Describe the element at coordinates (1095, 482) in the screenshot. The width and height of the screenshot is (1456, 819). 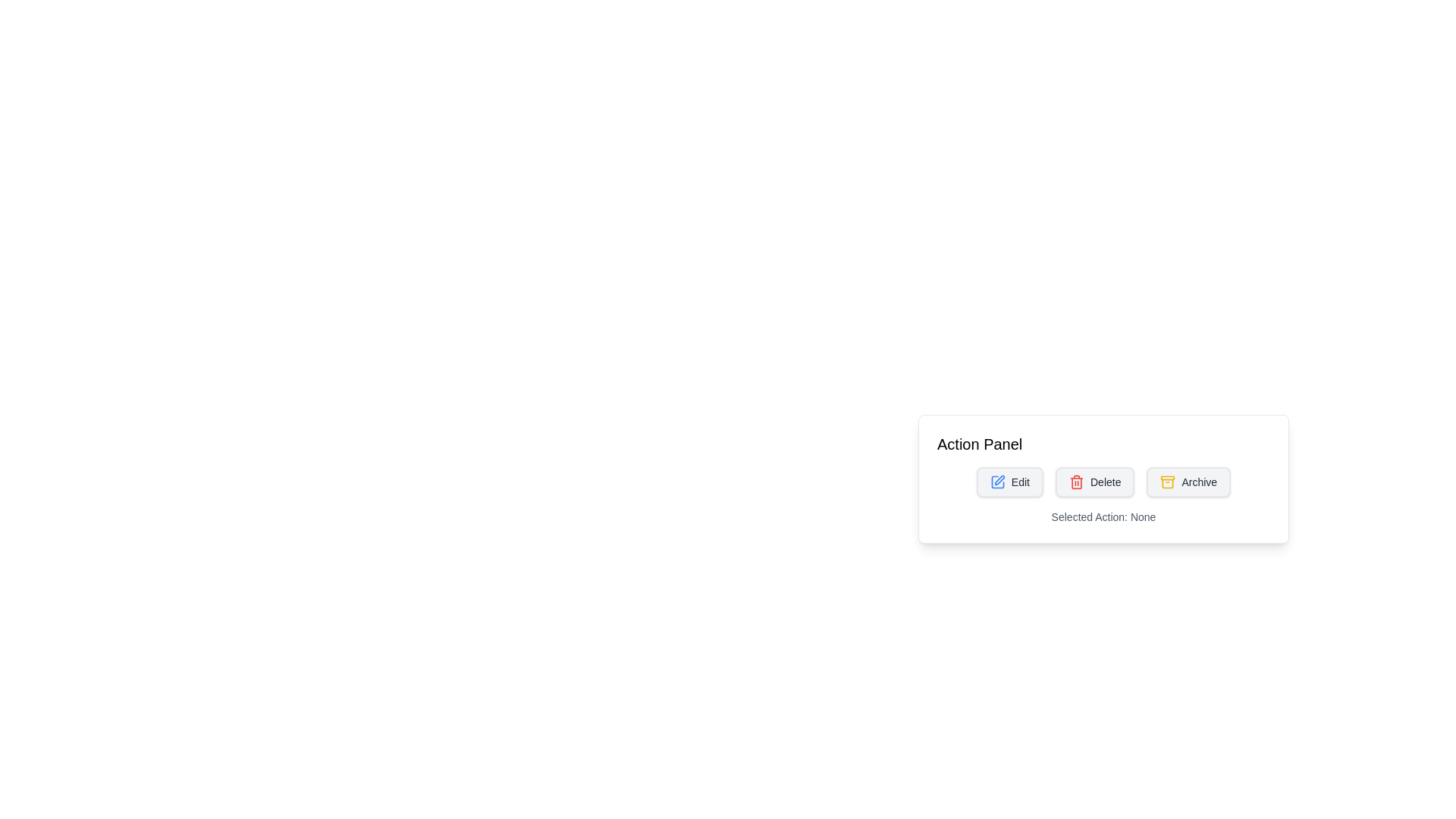
I see `the 'Delete' button with a red trash icon` at that location.